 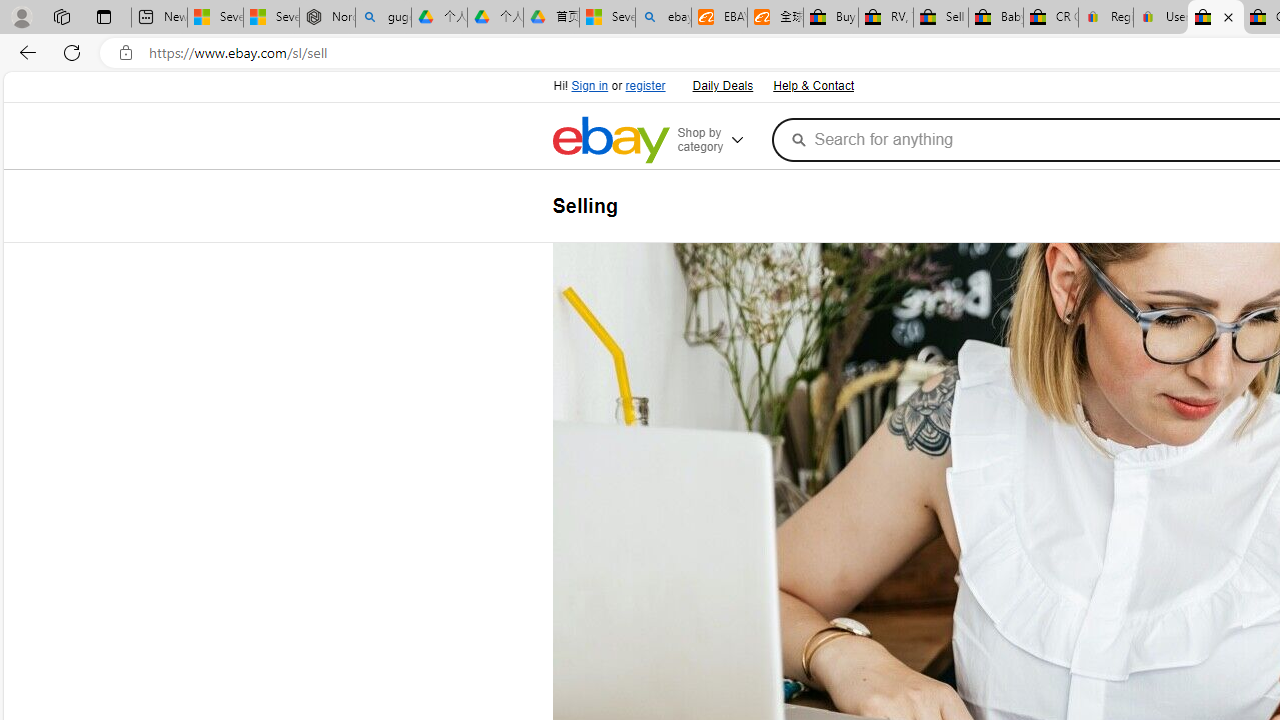 What do you see at coordinates (1215, 17) in the screenshot?
I see `'Selling on eBay | Electronics, Fashion, Home & Garden | eBay'` at bounding box center [1215, 17].